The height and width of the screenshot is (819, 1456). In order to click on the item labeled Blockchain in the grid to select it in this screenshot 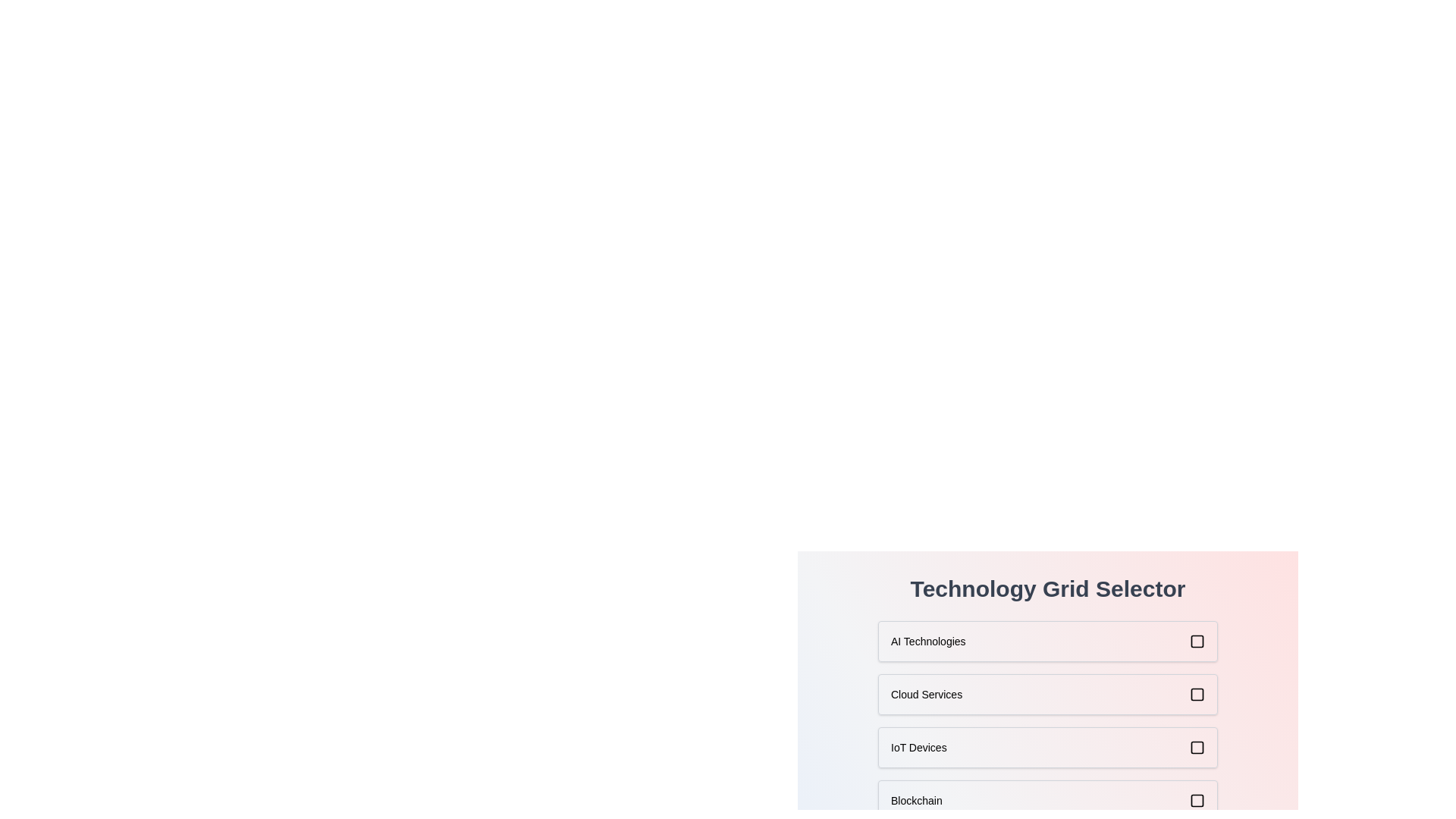, I will do `click(1047, 800)`.